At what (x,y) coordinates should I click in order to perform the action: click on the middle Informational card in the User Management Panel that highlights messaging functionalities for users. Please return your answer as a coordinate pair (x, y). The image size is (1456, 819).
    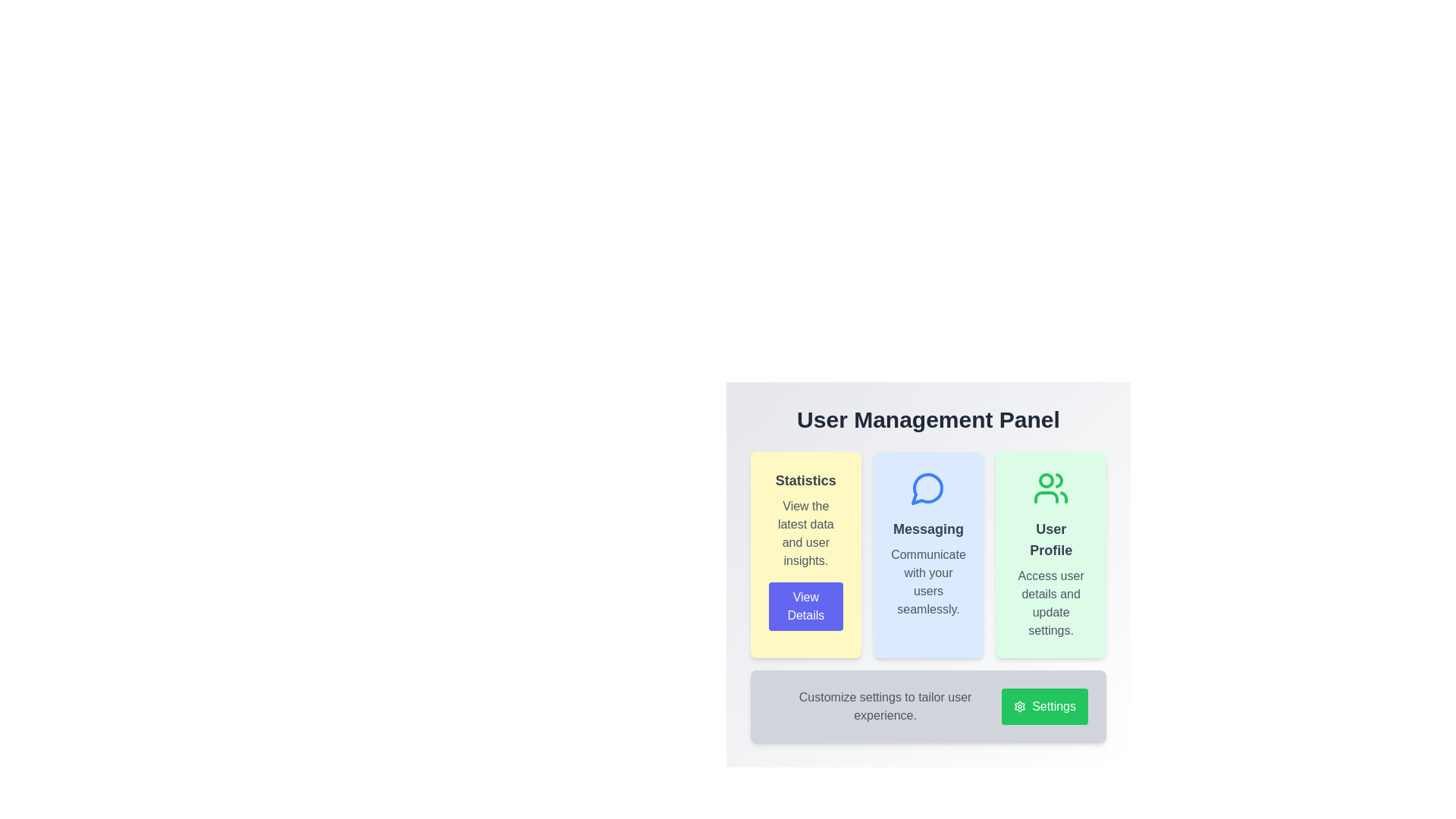
    Looking at the image, I should click on (927, 555).